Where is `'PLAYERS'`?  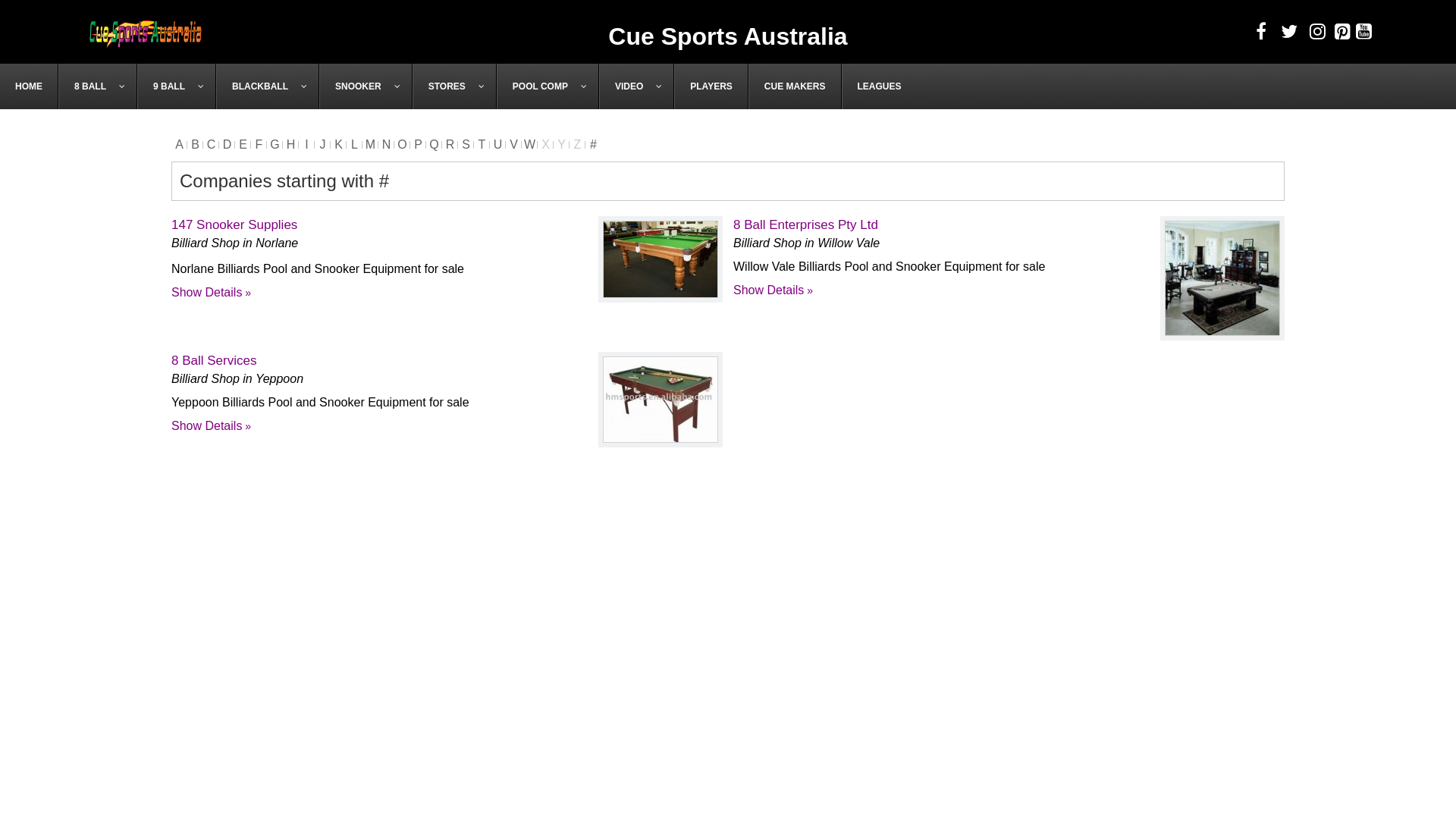
'PLAYERS' is located at coordinates (710, 86).